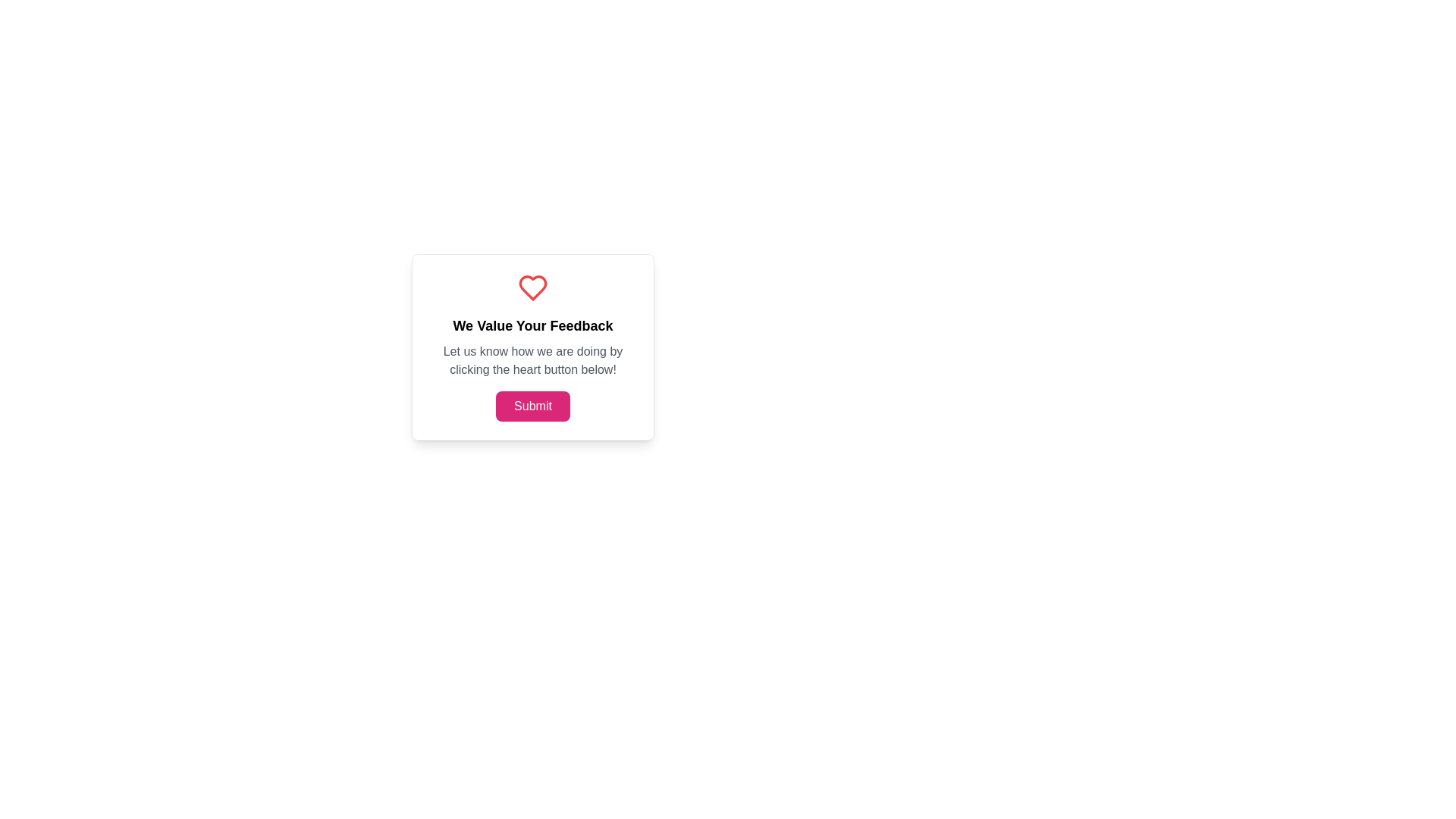 This screenshot has width=1456, height=819. What do you see at coordinates (532, 288) in the screenshot?
I see `the red outlined heart icon located near the top of the feedback modal, above the heading text 'We Value Your Feedback'` at bounding box center [532, 288].